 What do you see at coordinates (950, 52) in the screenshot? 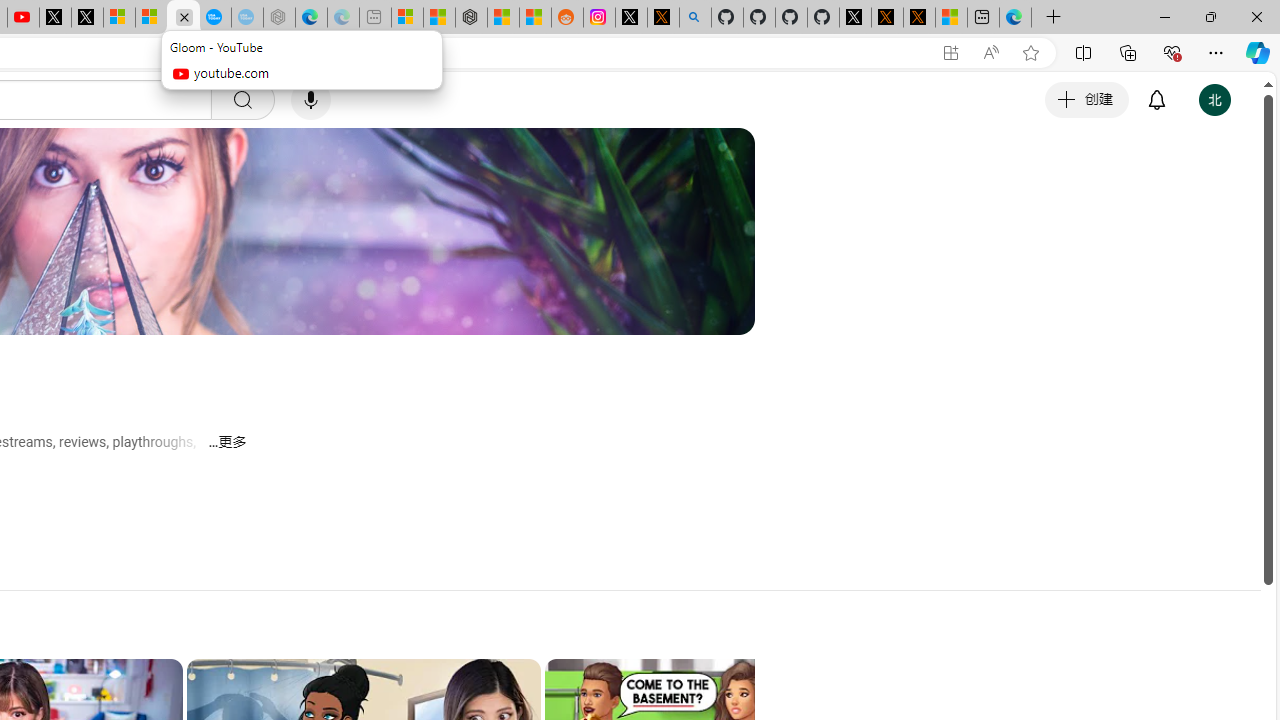
I see `'App available. Install YouTube'` at bounding box center [950, 52].